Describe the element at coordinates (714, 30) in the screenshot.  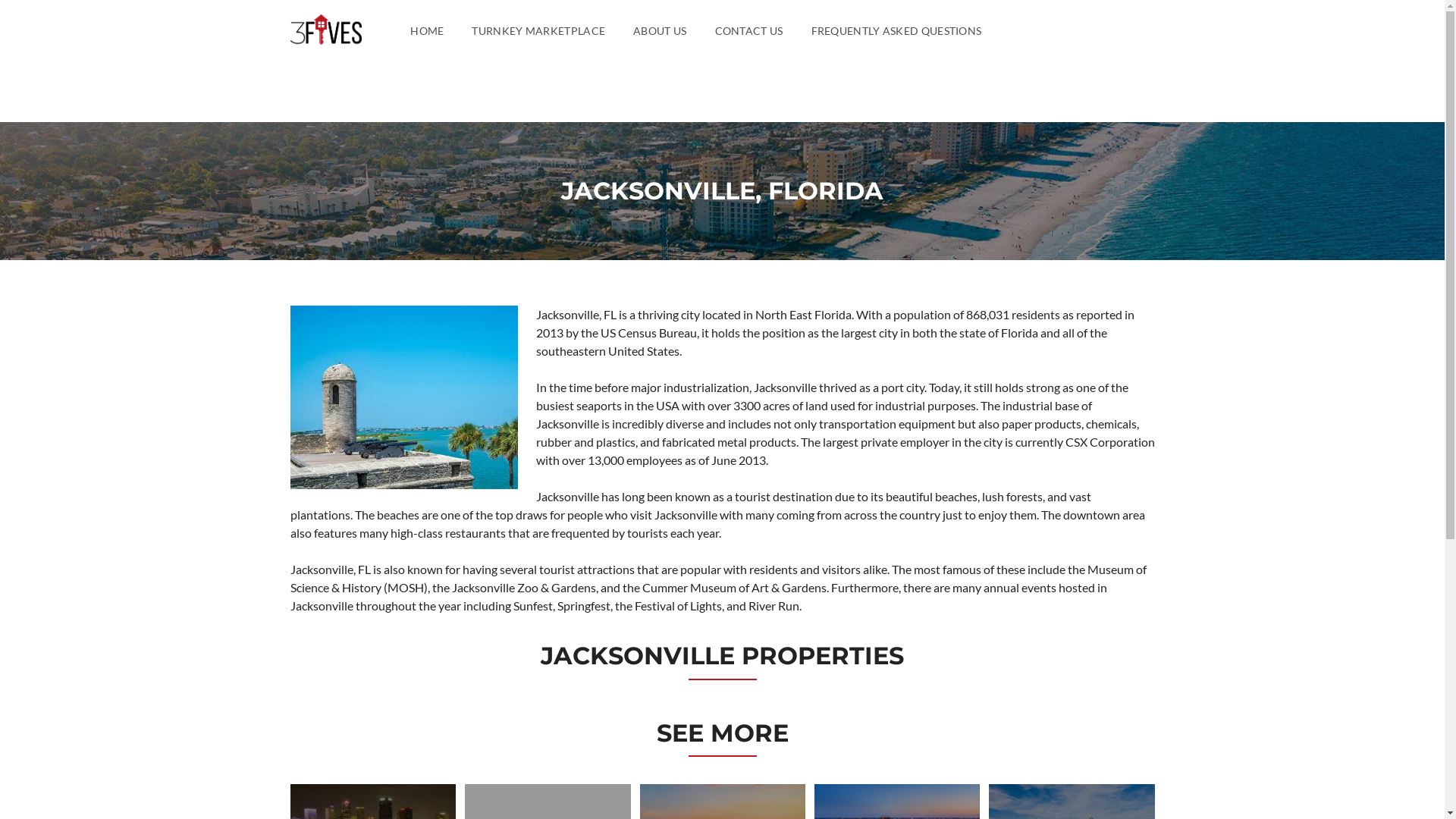
I see `'CONTACT US'` at that location.